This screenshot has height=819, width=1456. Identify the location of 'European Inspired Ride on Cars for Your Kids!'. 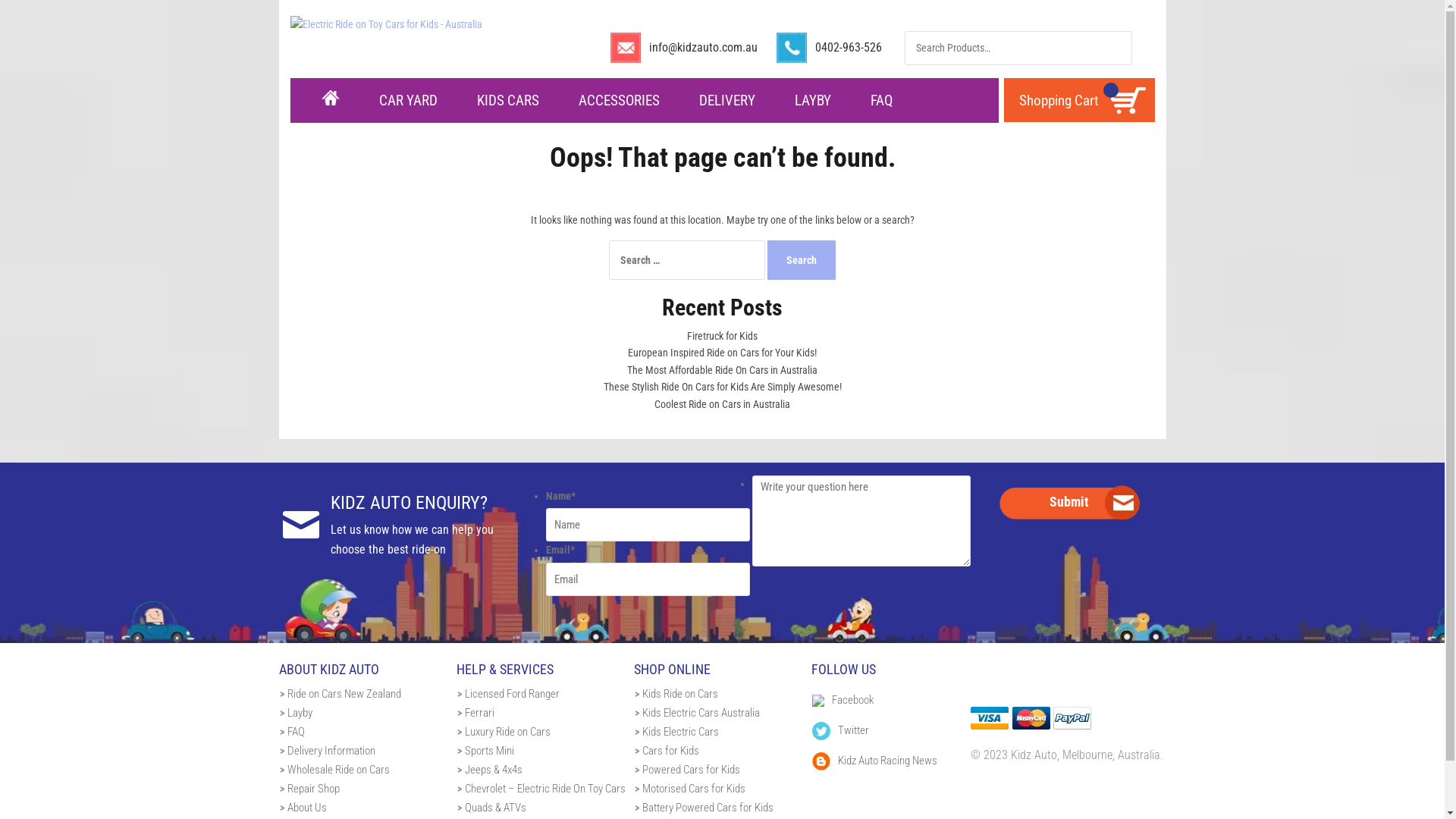
(628, 353).